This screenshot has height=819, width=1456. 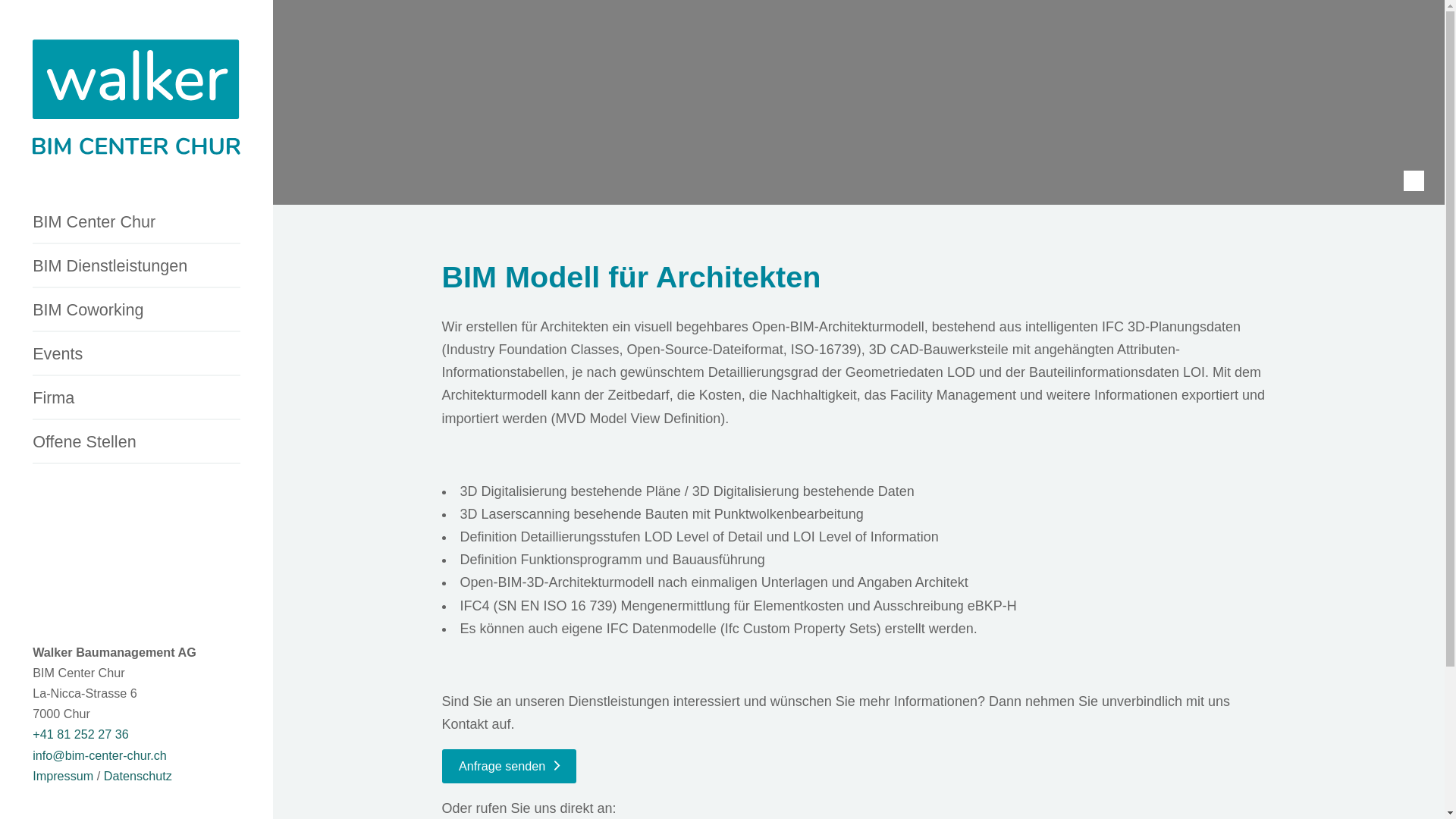 What do you see at coordinates (61, 775) in the screenshot?
I see `'Impressum'` at bounding box center [61, 775].